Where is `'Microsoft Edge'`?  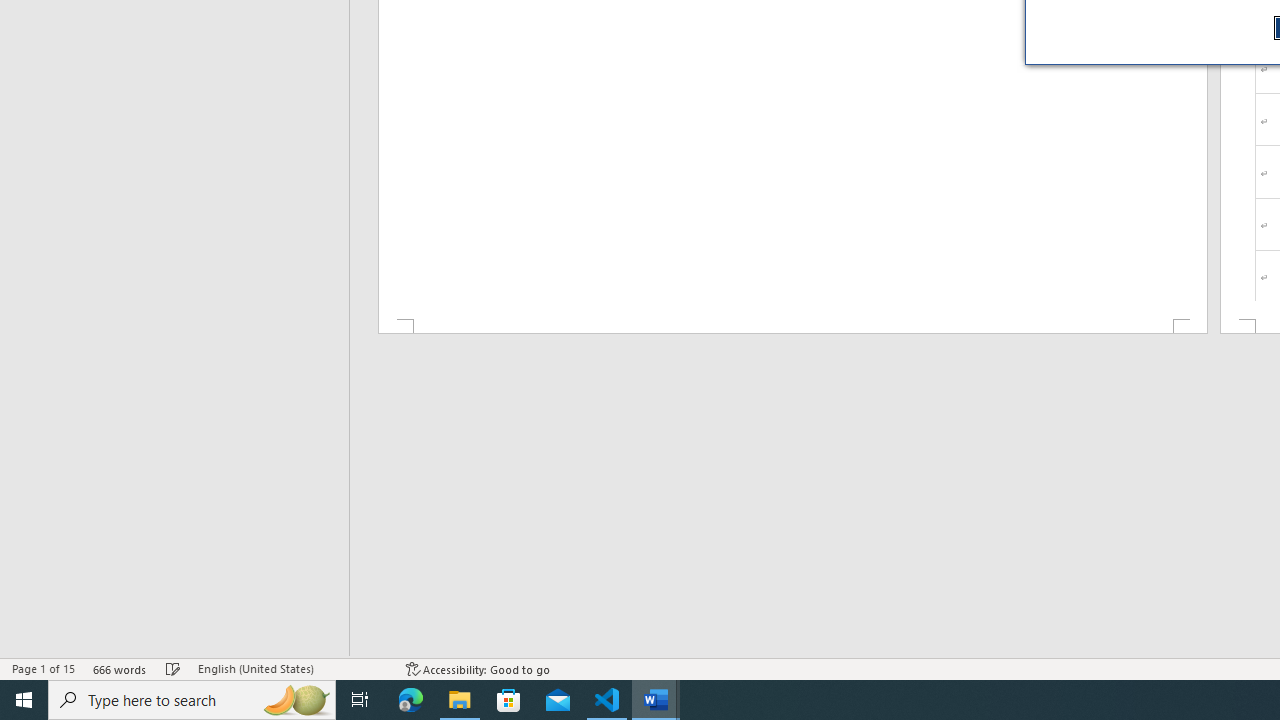 'Microsoft Edge' is located at coordinates (410, 698).